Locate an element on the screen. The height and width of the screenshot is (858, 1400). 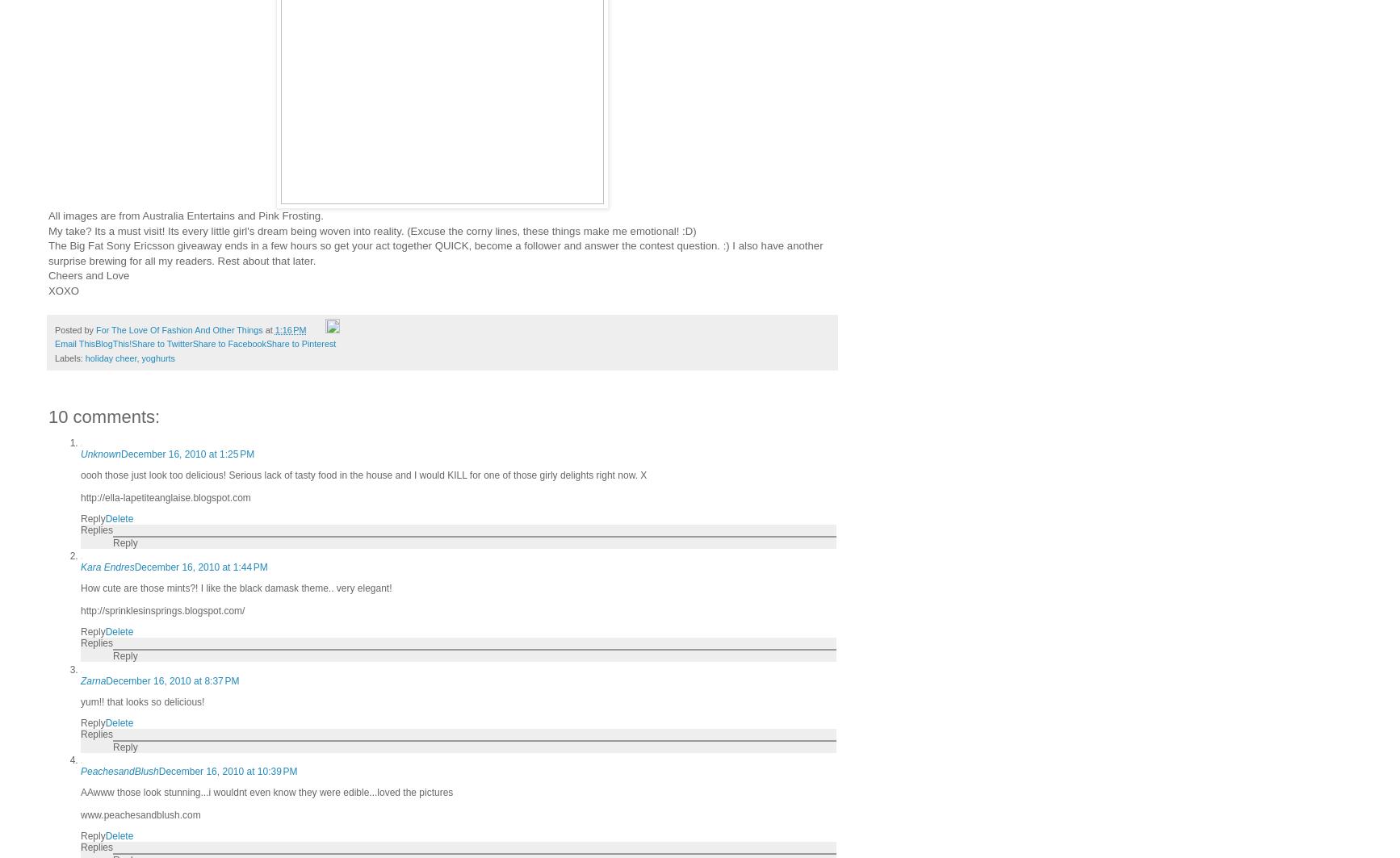
'Labels:' is located at coordinates (69, 357).